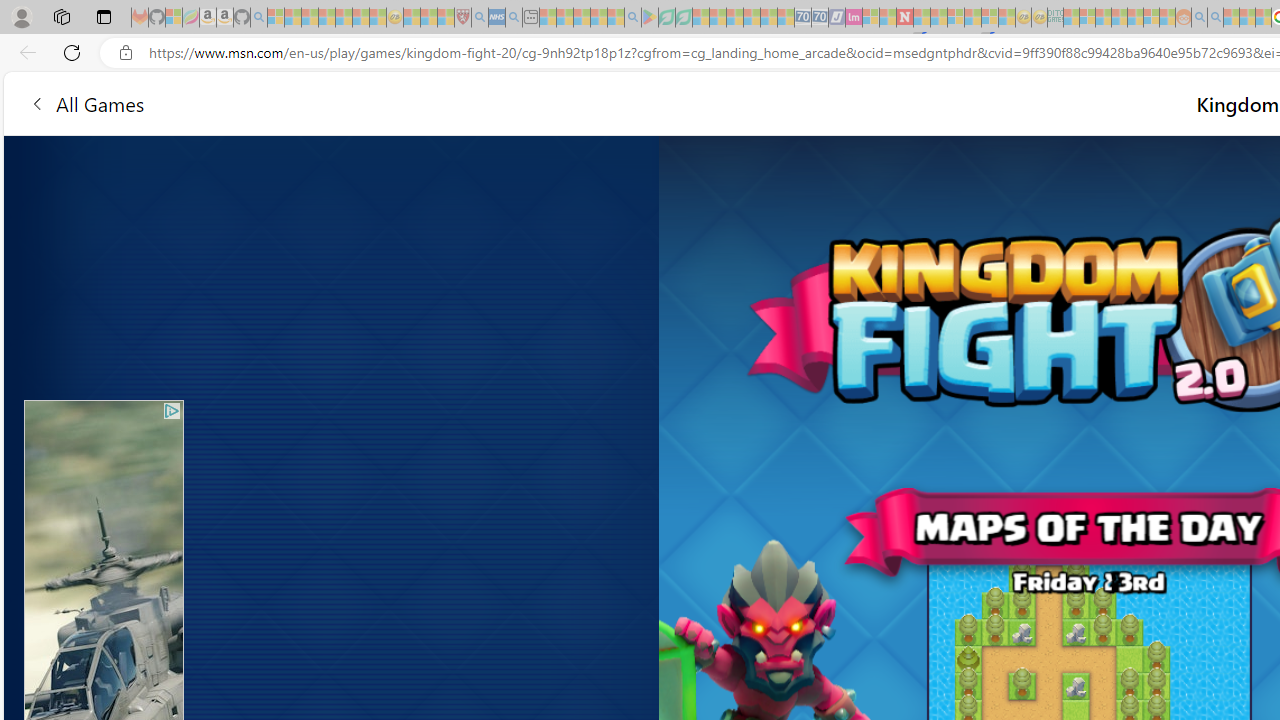 This screenshot has height=720, width=1280. I want to click on 'Latest Politics News & Archive | Newsweek.com - Sleeping', so click(903, 17).